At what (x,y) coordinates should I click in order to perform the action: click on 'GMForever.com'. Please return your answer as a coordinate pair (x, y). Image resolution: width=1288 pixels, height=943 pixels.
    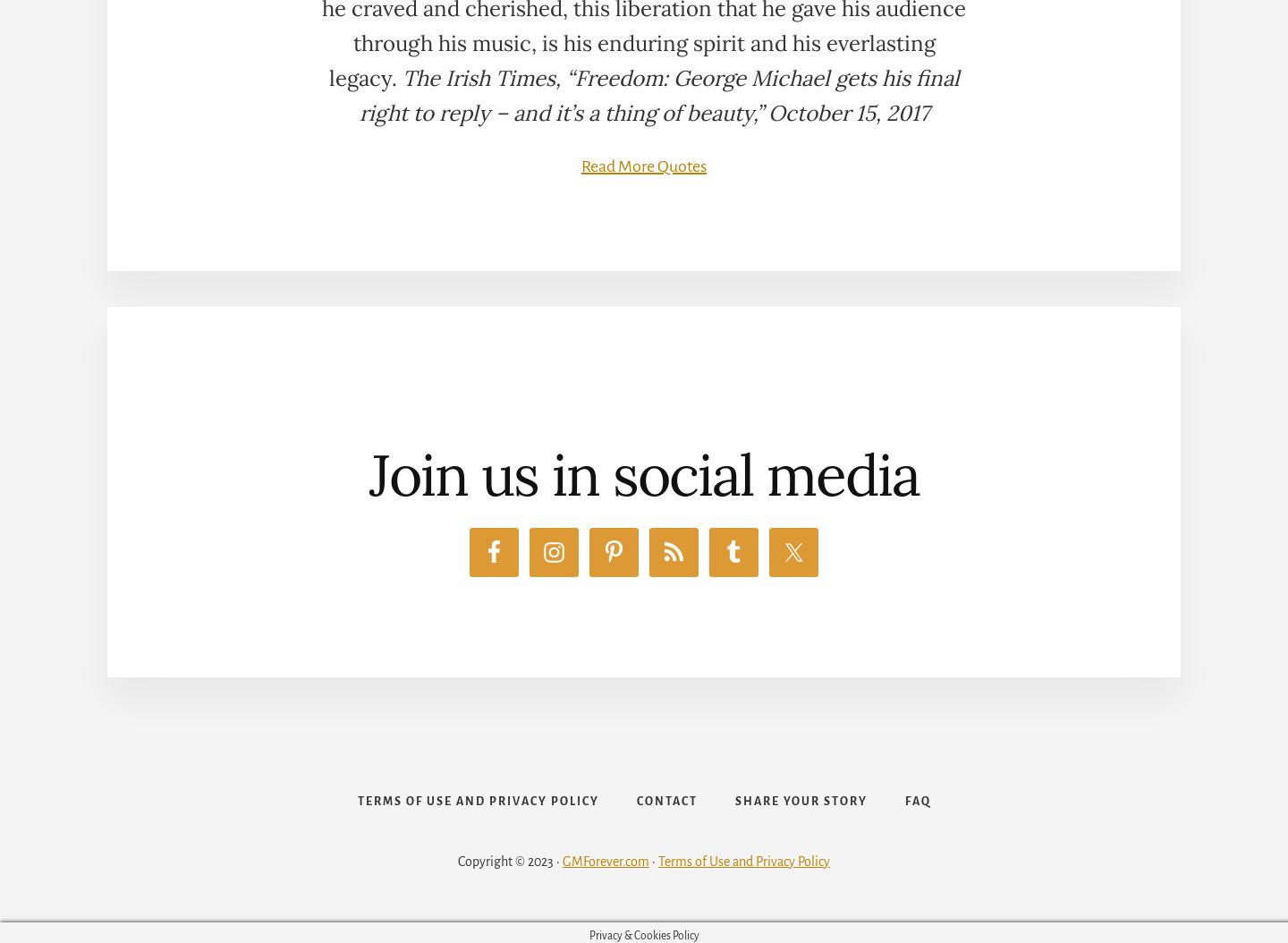
    Looking at the image, I should click on (606, 860).